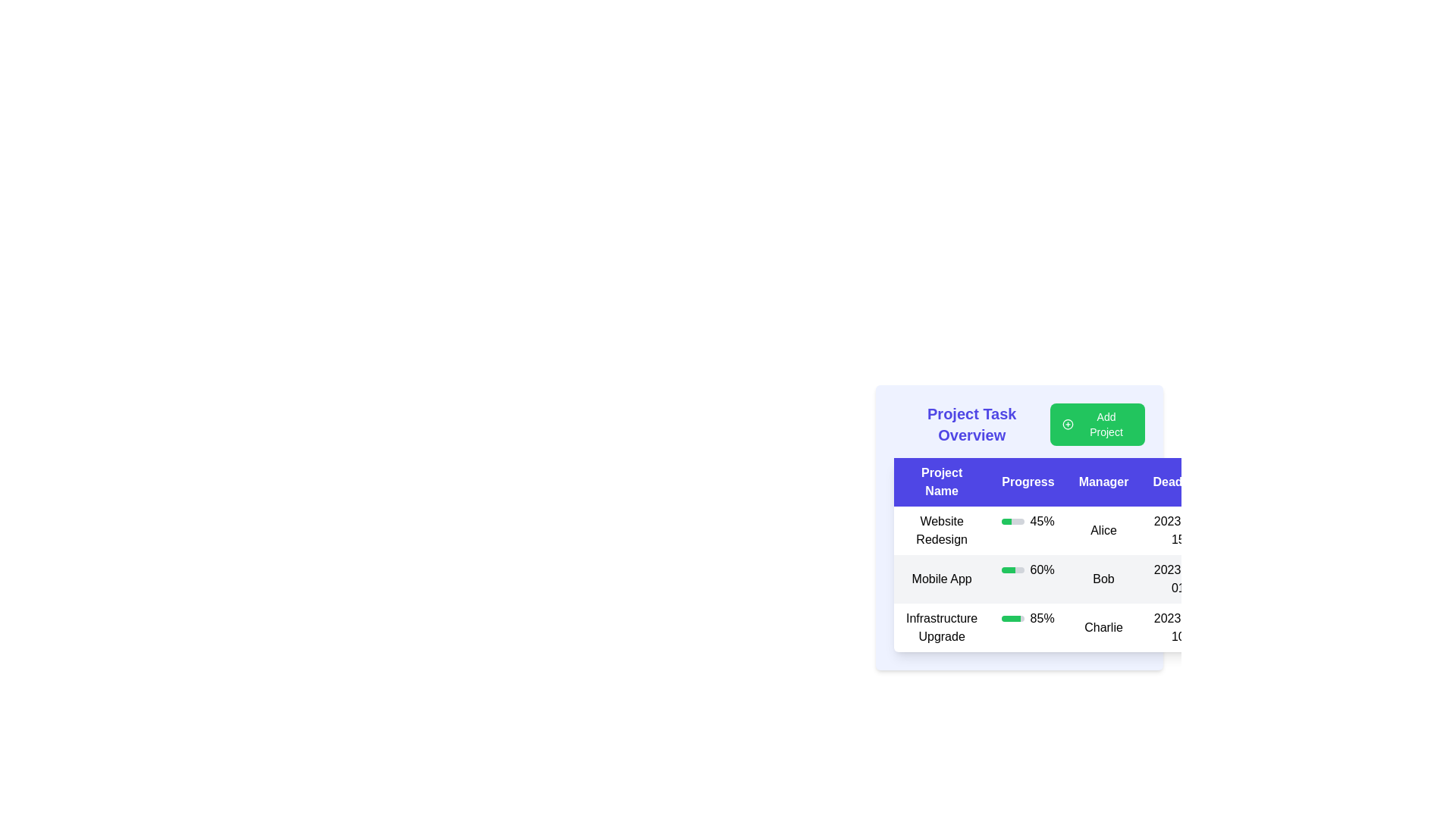 This screenshot has width=1456, height=819. I want to click on the progress bar indicating 60% completion located in the 'Mobile App' row under the 'Progress' column of the table, positioned to the left of the text 'Bob', so click(1028, 570).